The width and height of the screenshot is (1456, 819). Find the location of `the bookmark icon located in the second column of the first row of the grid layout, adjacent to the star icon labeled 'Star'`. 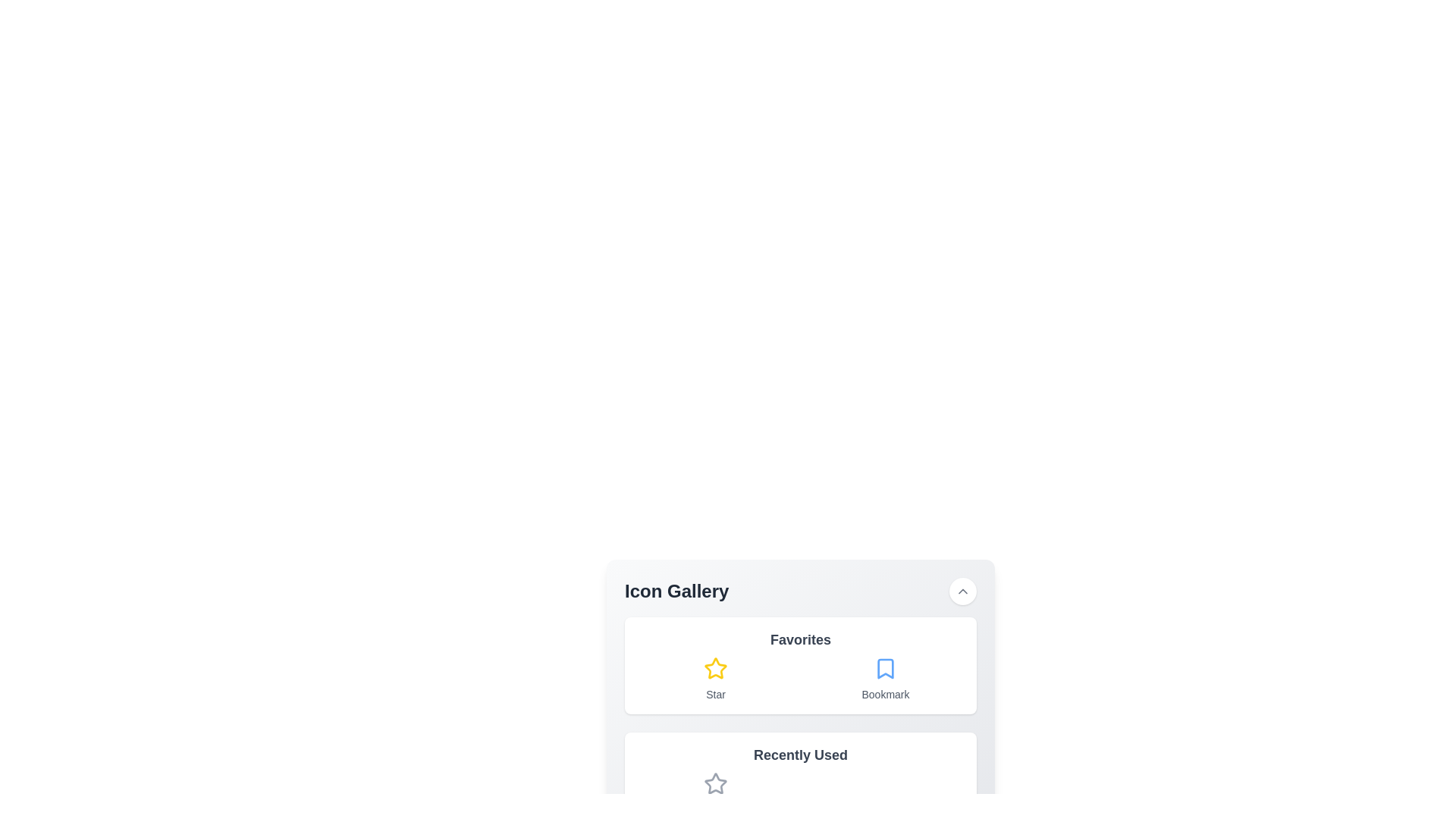

the bookmark icon located in the second column of the first row of the grid layout, adjacent to the star icon labeled 'Star' is located at coordinates (885, 678).